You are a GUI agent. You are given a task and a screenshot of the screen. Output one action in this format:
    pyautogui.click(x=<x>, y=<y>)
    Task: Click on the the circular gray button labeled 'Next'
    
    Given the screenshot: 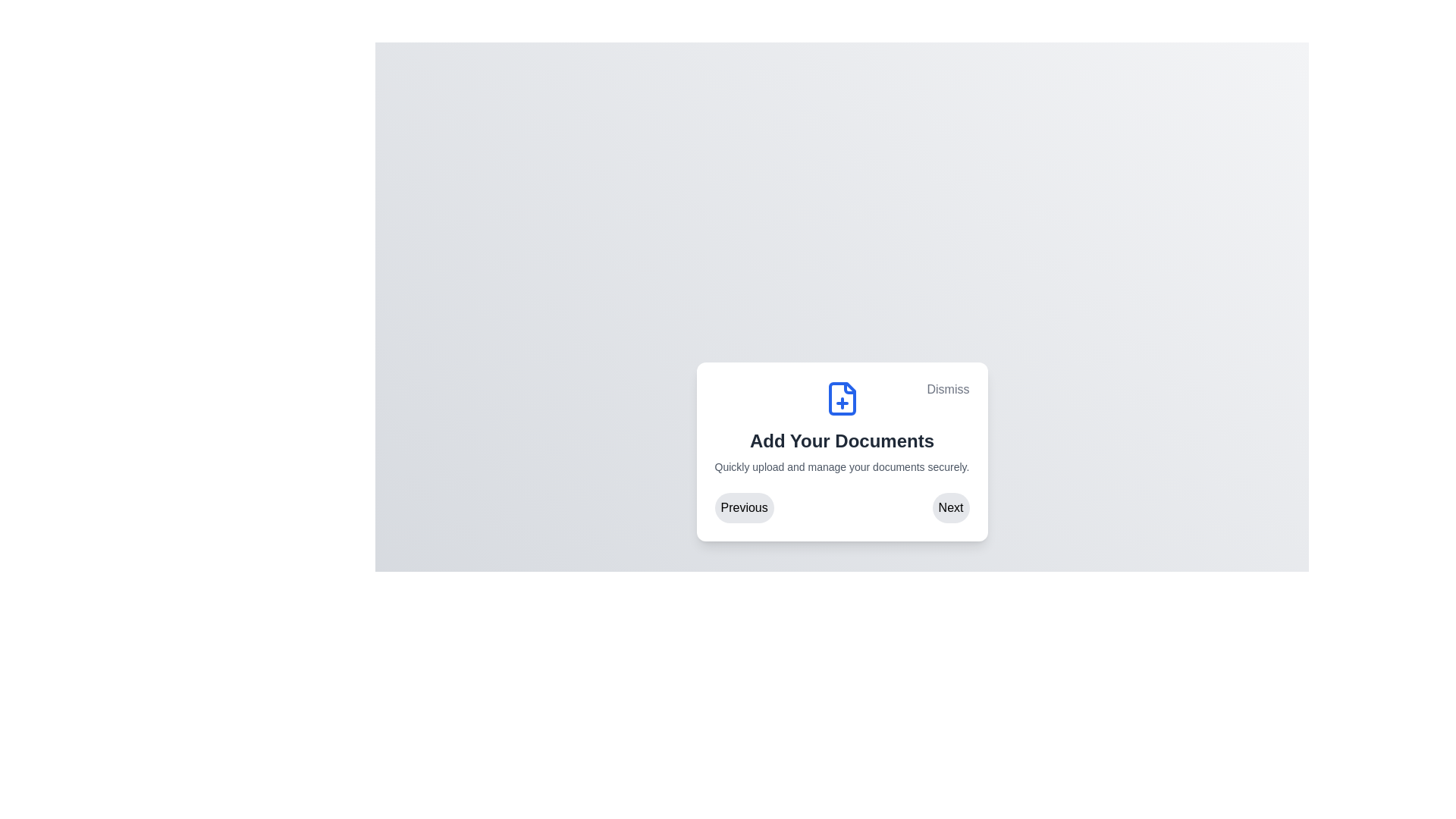 What is the action you would take?
    pyautogui.click(x=950, y=508)
    